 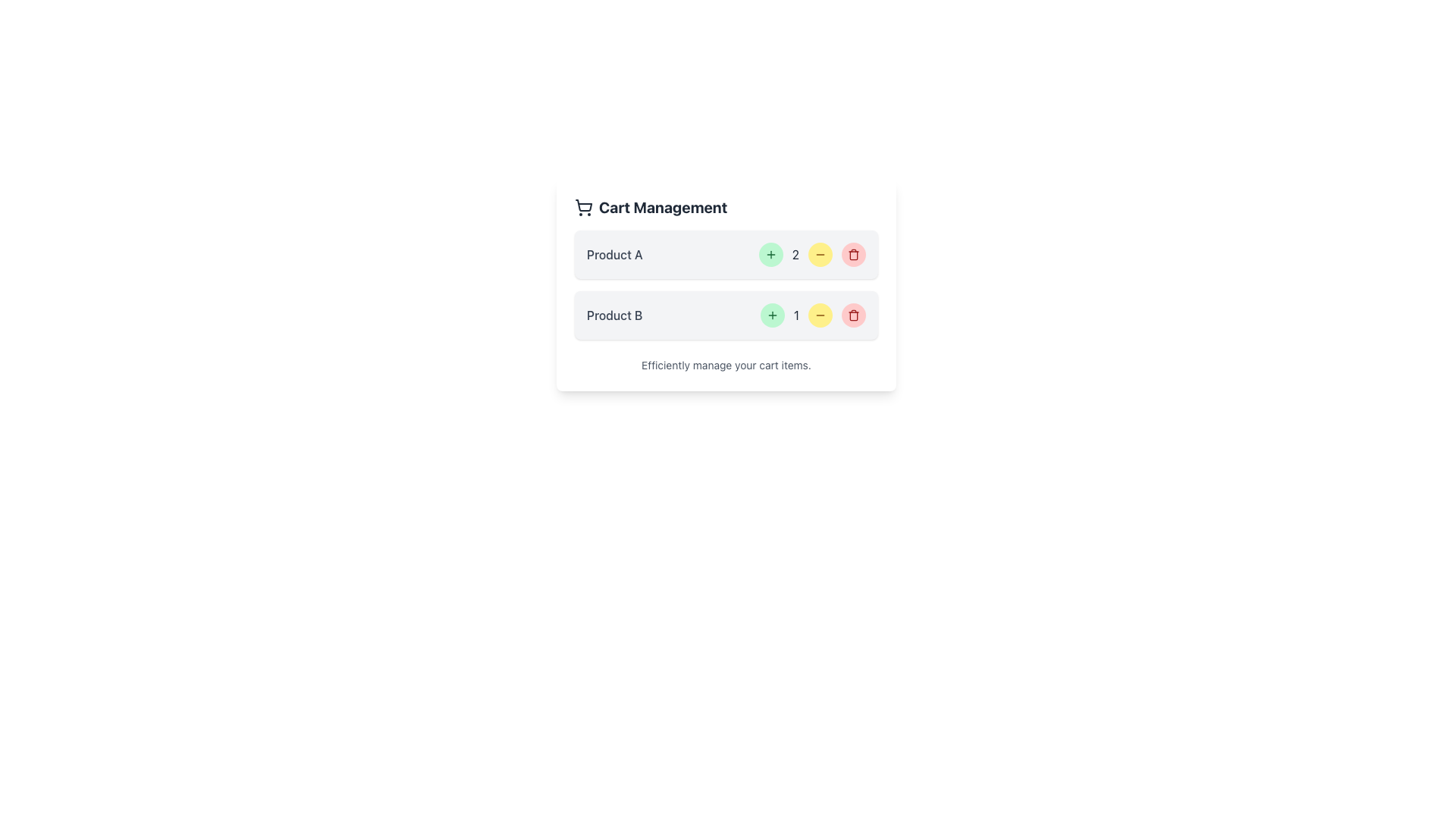 What do you see at coordinates (795, 253) in the screenshot?
I see `the text display element that shows the number '2', which is styled in gray font and located between the green plus button and the yellow minus button` at bounding box center [795, 253].